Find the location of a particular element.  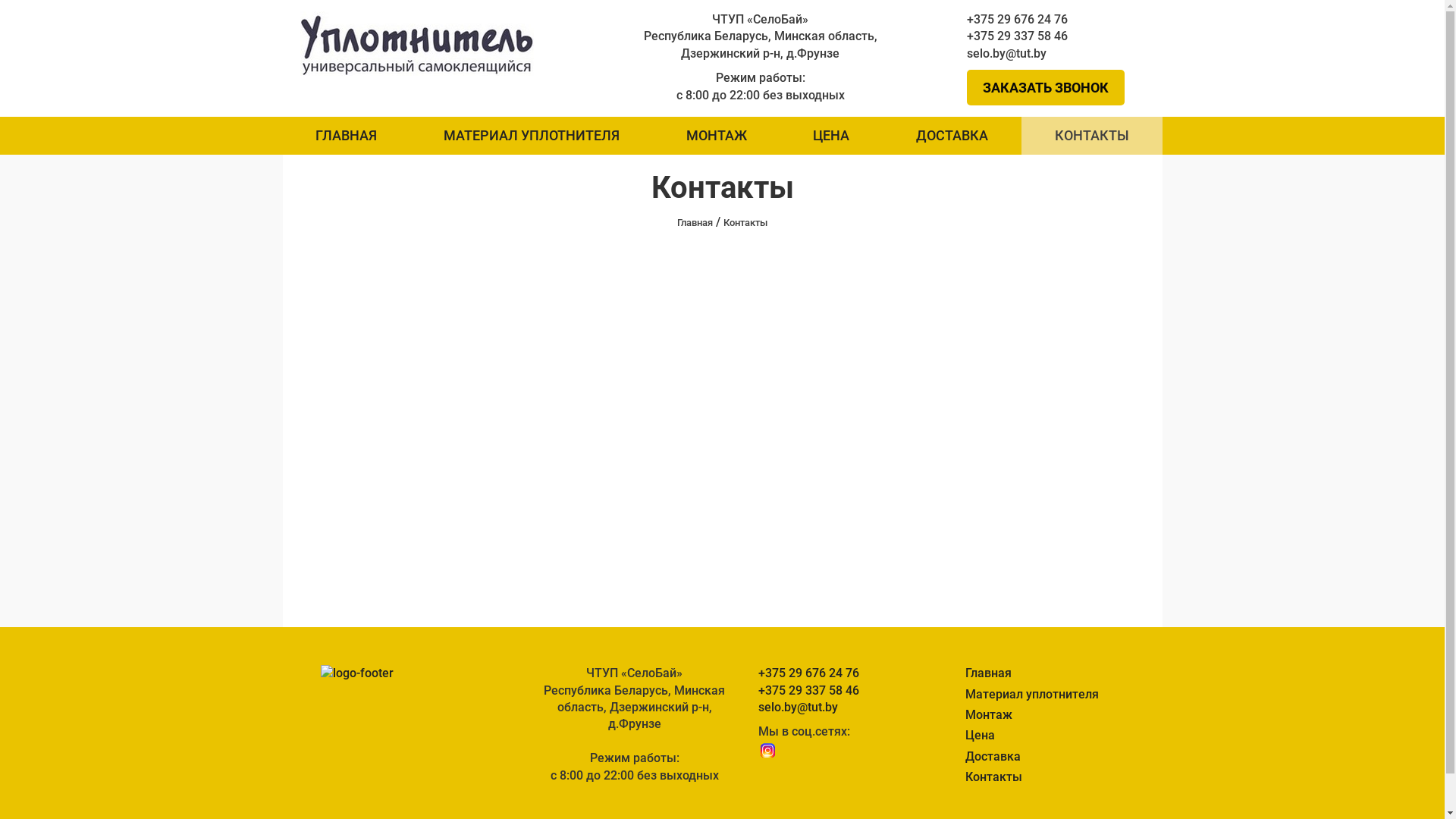

'+375 29 337 58 46' is located at coordinates (1055, 35).